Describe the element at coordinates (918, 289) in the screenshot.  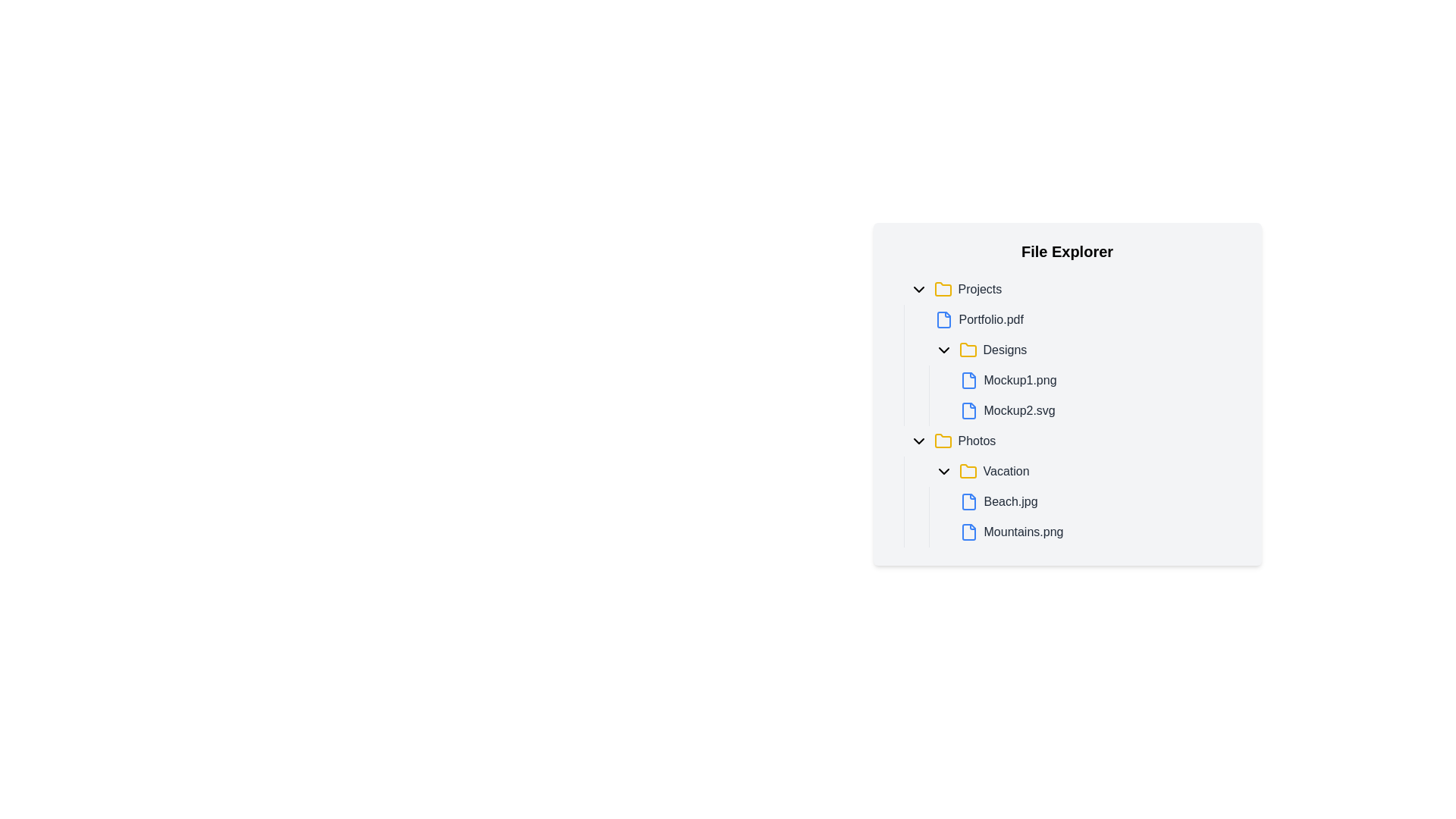
I see `the expand/collapse icon located to the left of the 'Projects' text label, which indicates the toggle state of a tree structure` at that location.